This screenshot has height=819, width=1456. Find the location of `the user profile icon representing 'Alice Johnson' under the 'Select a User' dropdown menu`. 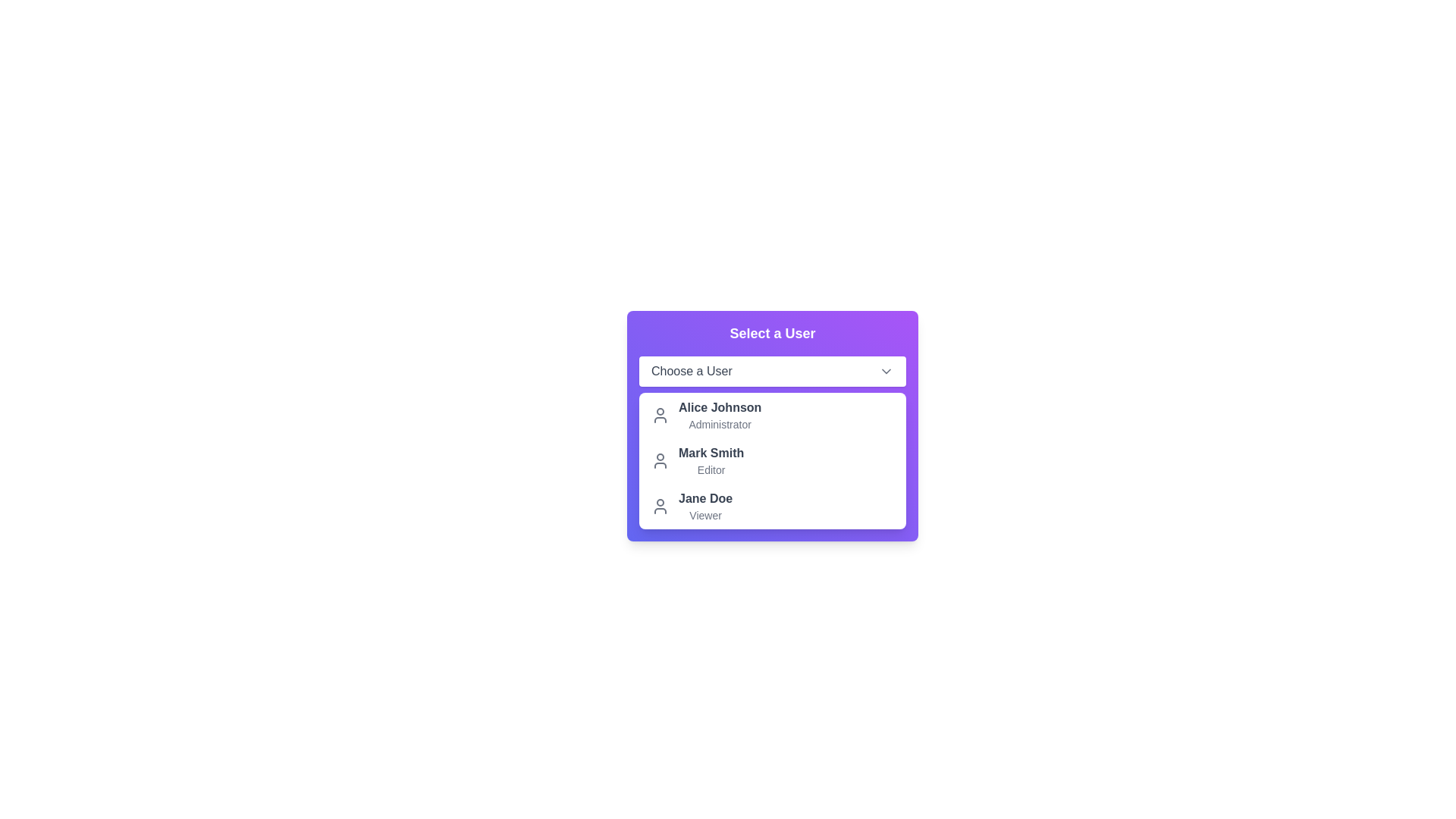

the user profile icon representing 'Alice Johnson' under the 'Select a User' dropdown menu is located at coordinates (660, 415).